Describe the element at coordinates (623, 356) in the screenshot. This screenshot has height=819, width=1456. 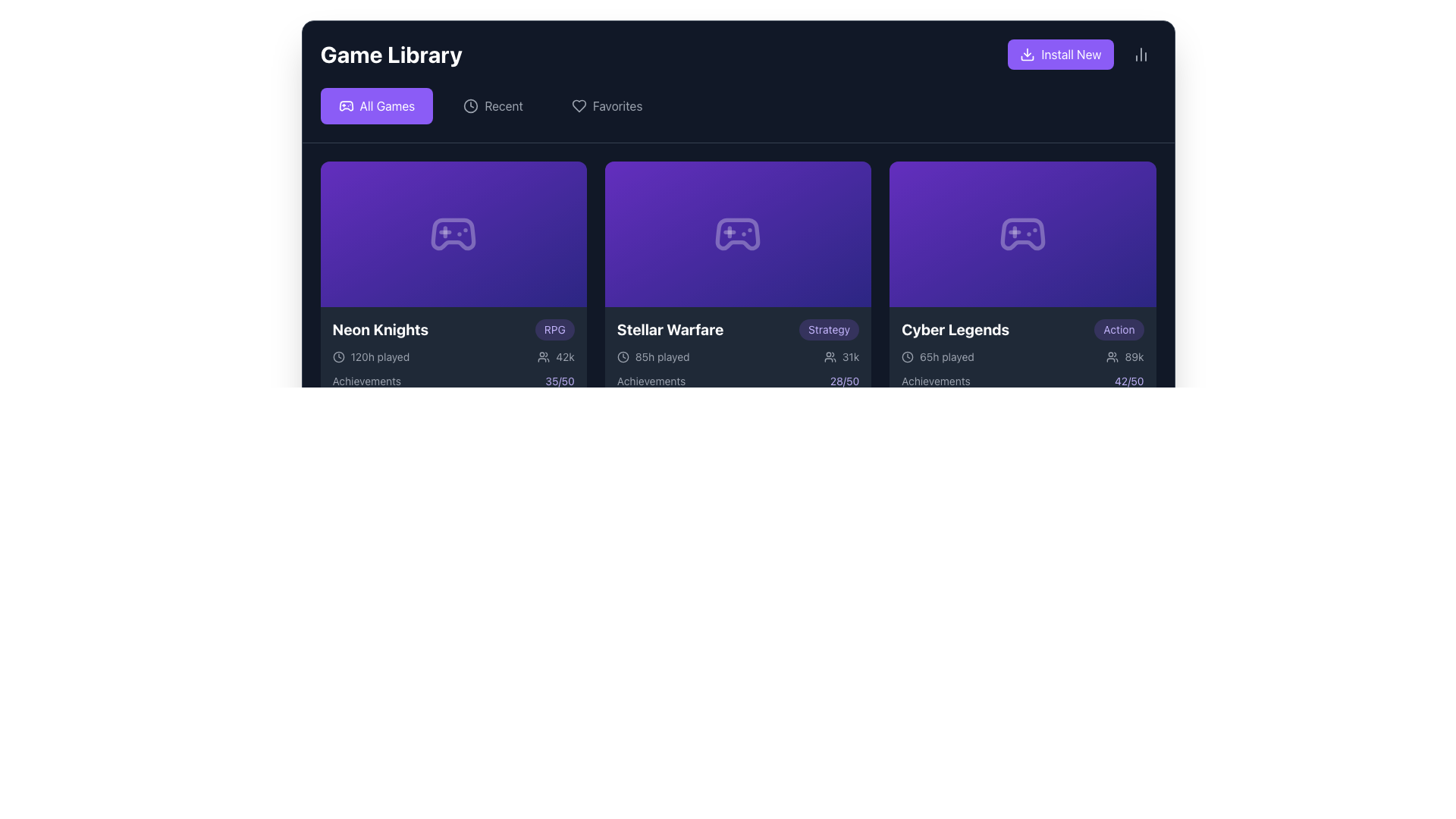
I see `the small circular clock-shaped icon located in the 'Stellar Warfare' card within the 'Game Library' section, positioned to the left of the text '85h played'` at that location.